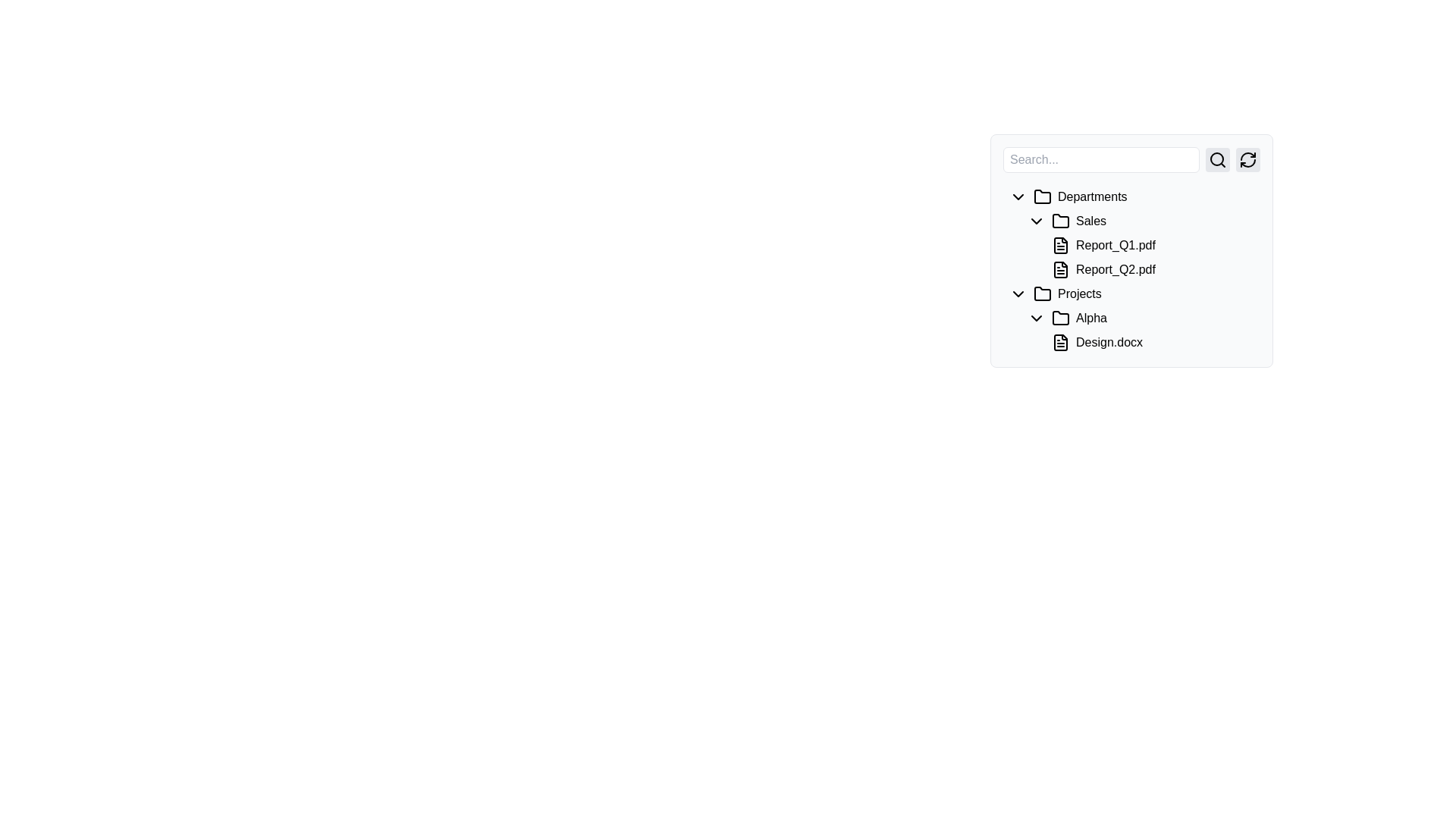 Image resolution: width=1456 pixels, height=819 pixels. Describe the element at coordinates (1131, 250) in the screenshot. I see `the 'Report_Q1.pdf' file` at that location.